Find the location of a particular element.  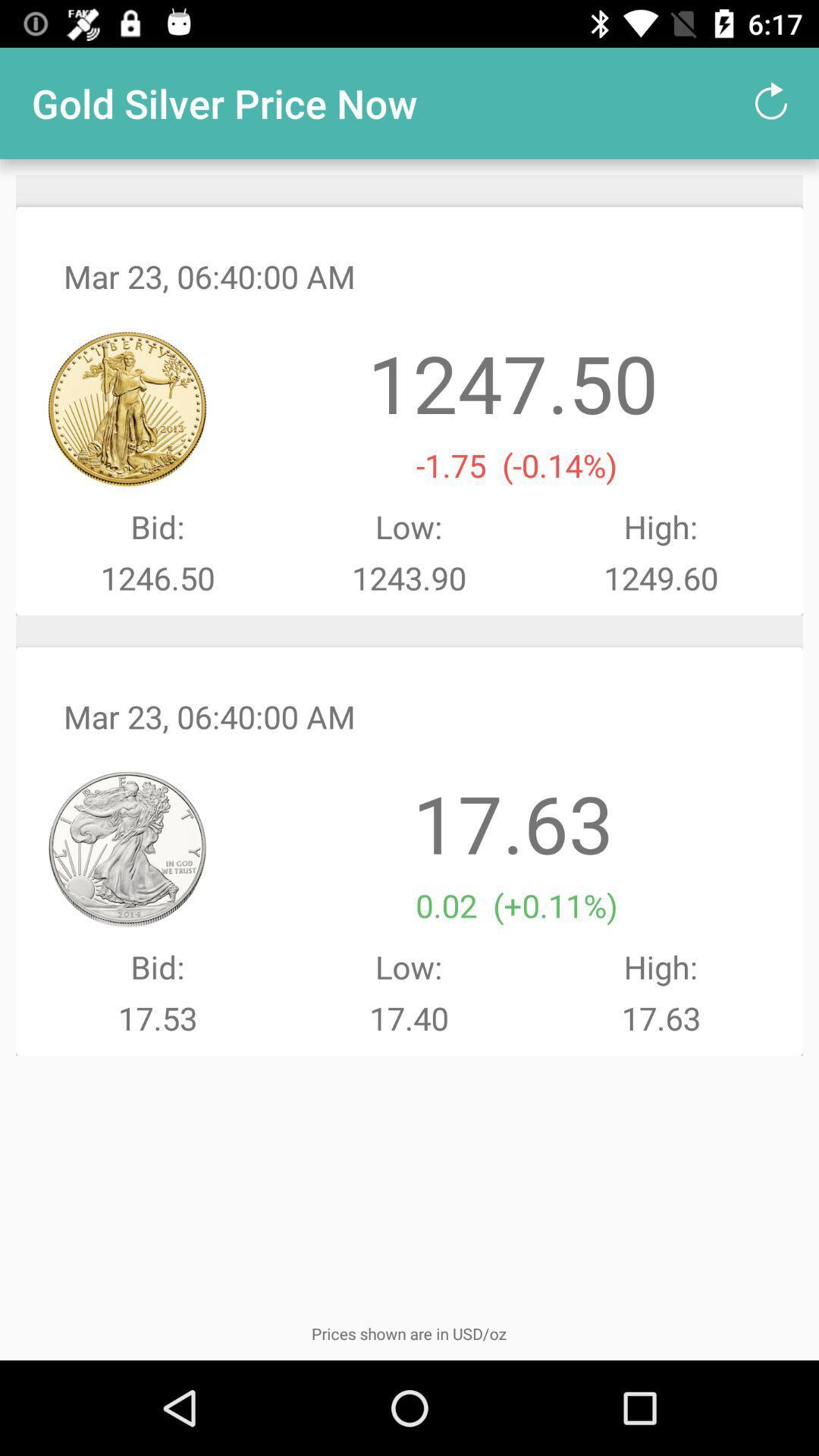

the icon above the 1247.50 icon is located at coordinates (771, 102).